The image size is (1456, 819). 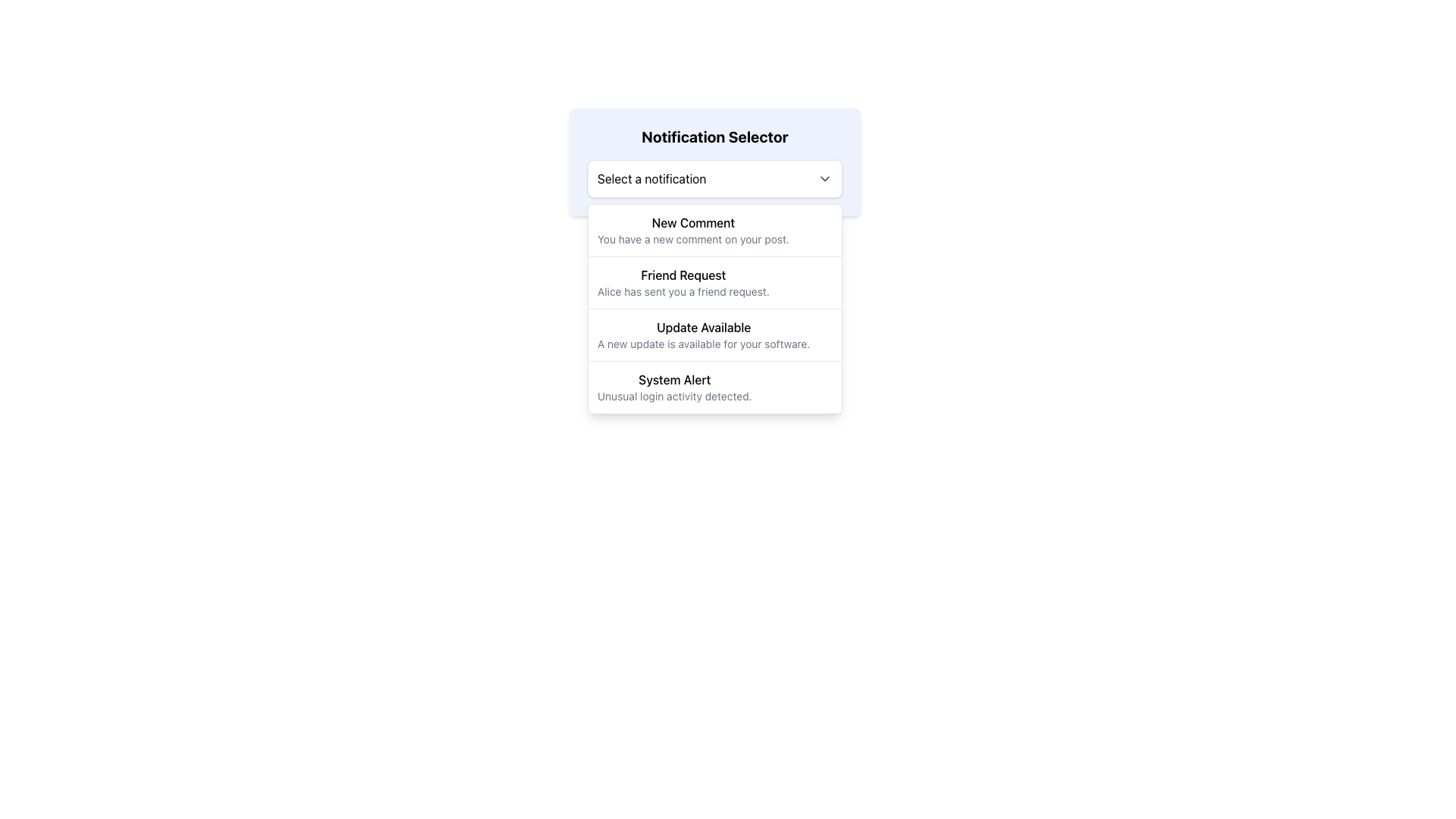 What do you see at coordinates (714, 309) in the screenshot?
I see `the 'Update Available' notification list item, which is the third entry in the dropdown notification list` at bounding box center [714, 309].